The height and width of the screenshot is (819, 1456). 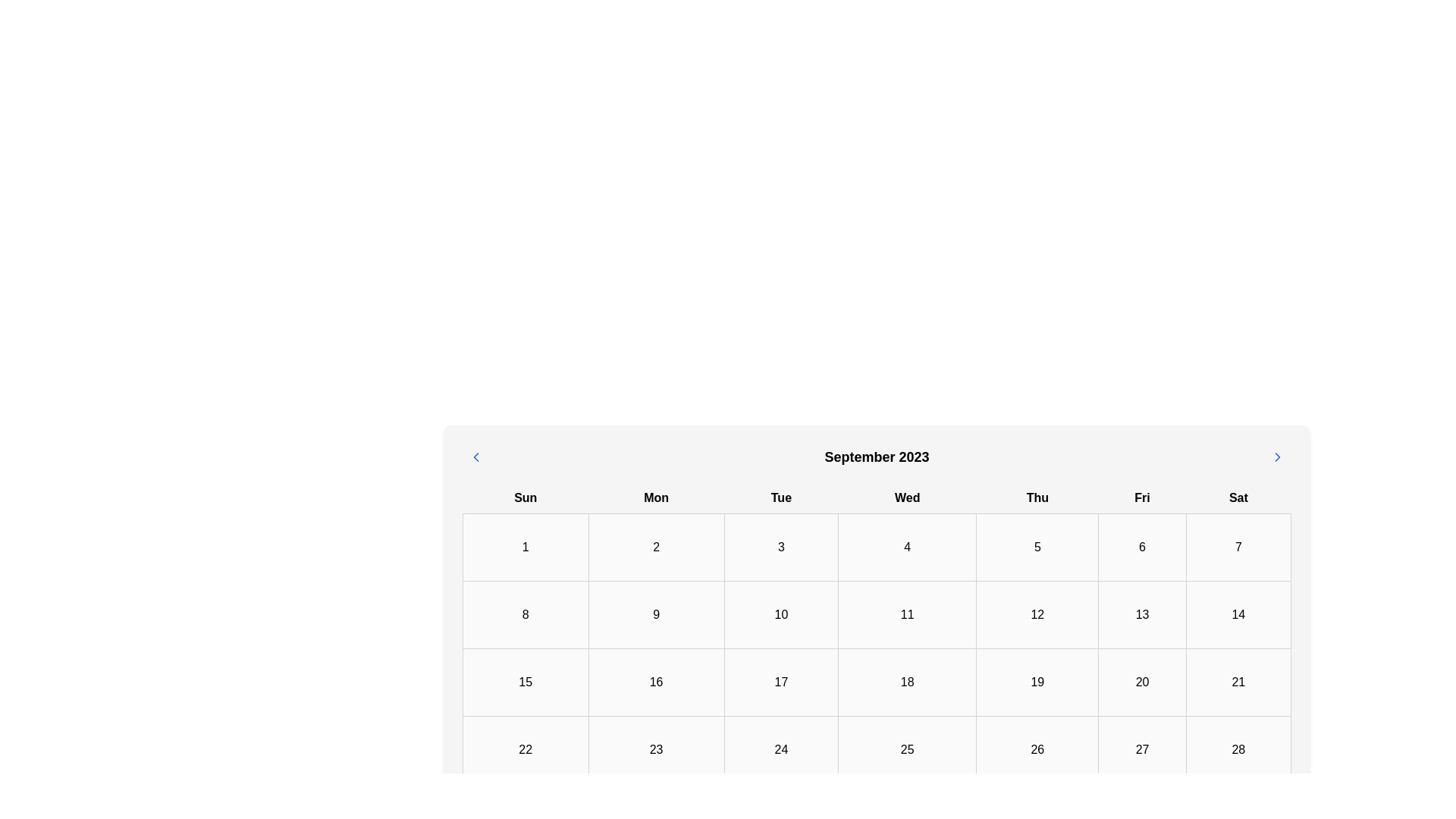 What do you see at coordinates (1238, 498) in the screenshot?
I see `the text label displaying 'Sat' at the end of the sequence of day names in the calendar interface` at bounding box center [1238, 498].